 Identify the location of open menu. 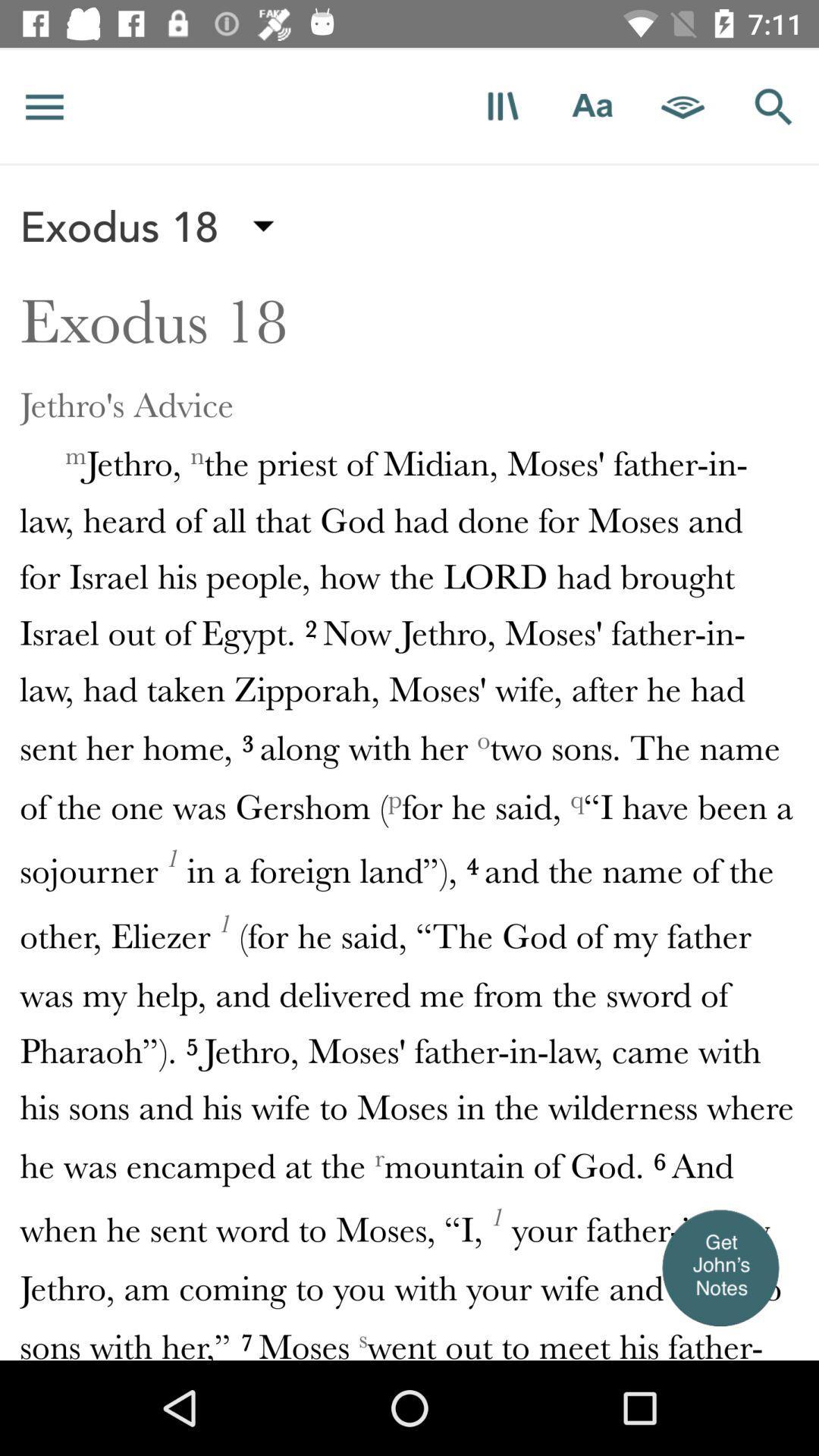
(44, 105).